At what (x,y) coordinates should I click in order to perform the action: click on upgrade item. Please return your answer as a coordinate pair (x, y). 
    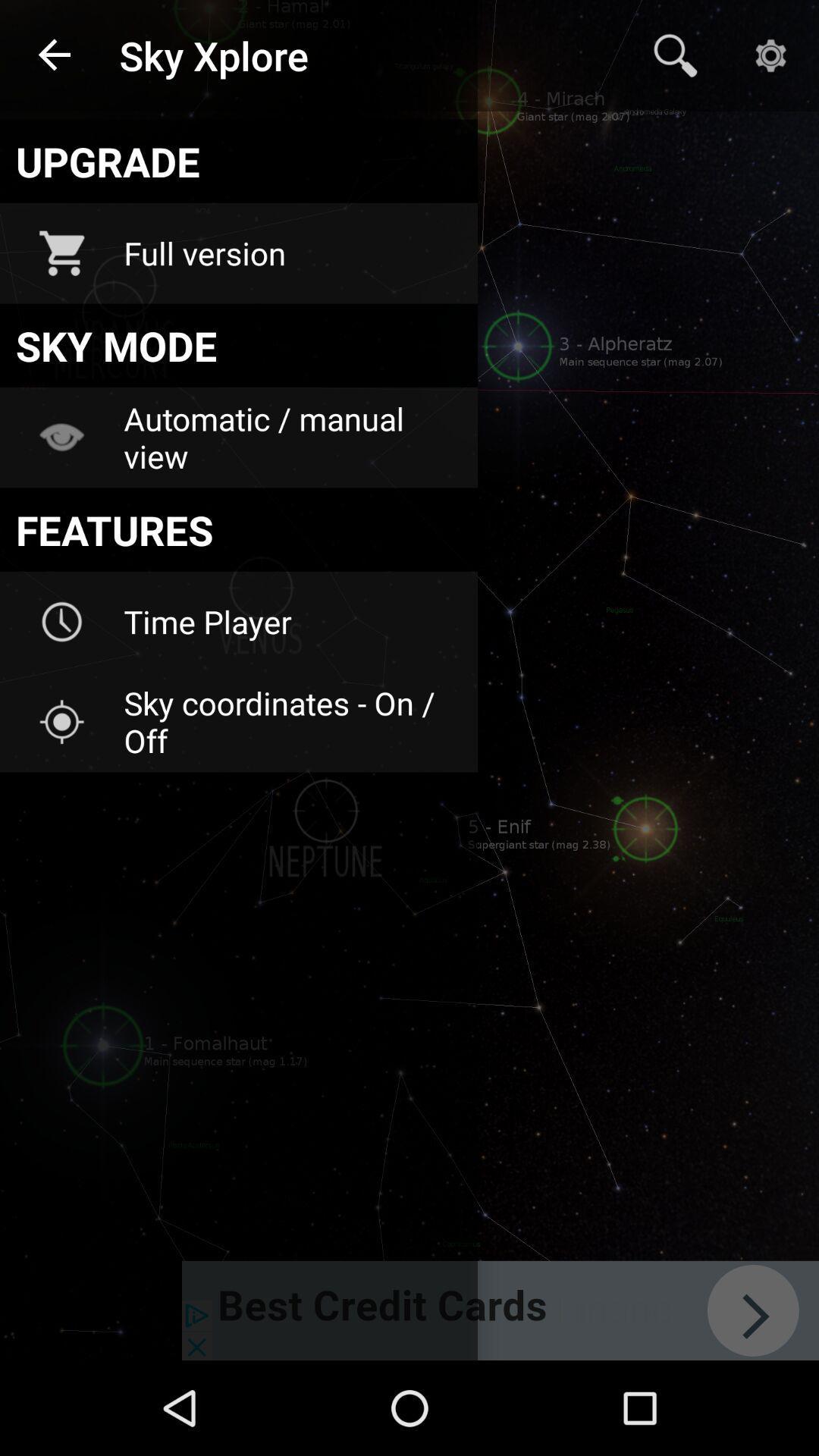
    Looking at the image, I should click on (239, 161).